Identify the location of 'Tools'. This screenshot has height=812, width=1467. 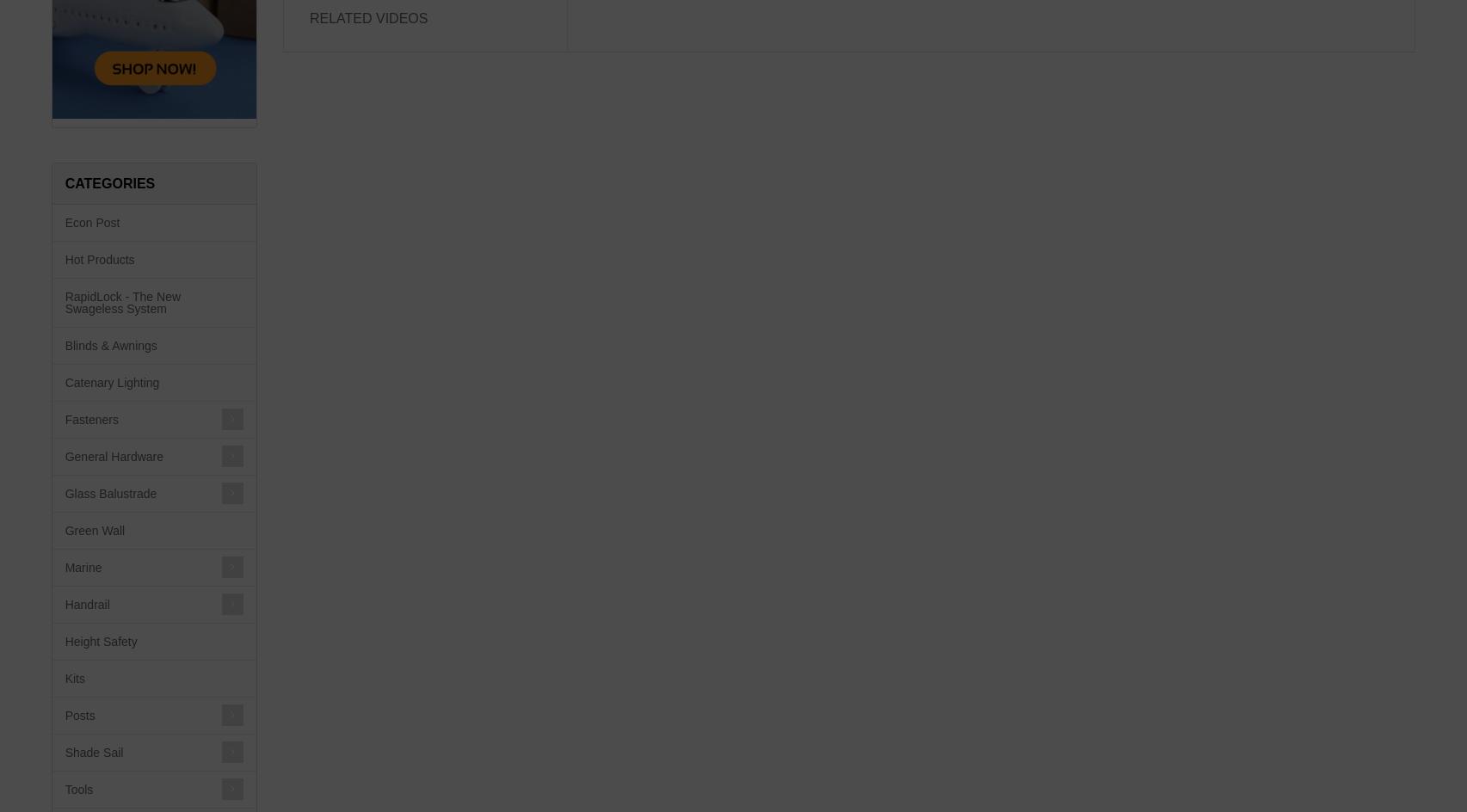
(78, 789).